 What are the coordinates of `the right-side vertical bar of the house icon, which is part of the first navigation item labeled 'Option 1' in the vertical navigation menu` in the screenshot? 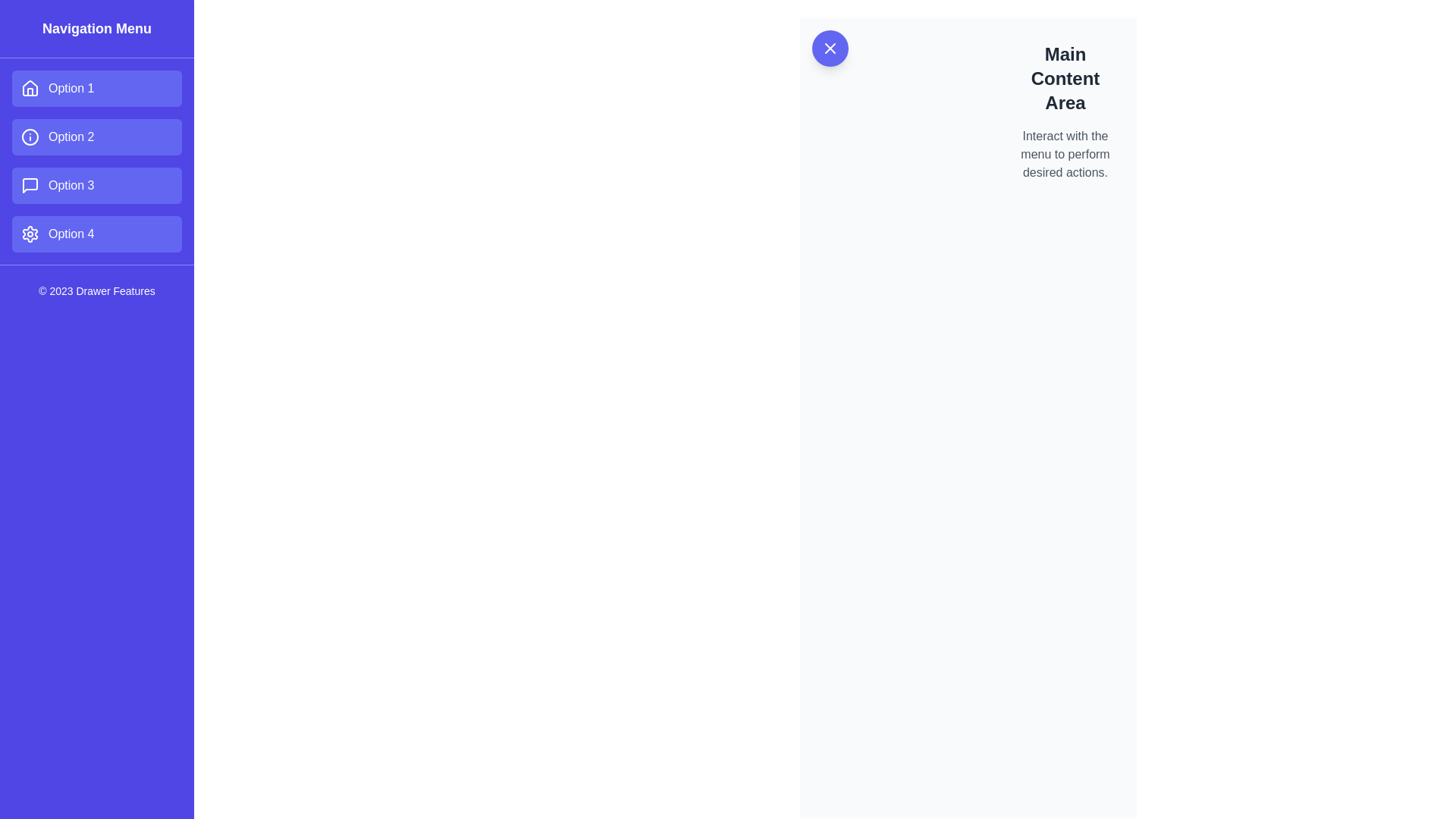 It's located at (30, 92).